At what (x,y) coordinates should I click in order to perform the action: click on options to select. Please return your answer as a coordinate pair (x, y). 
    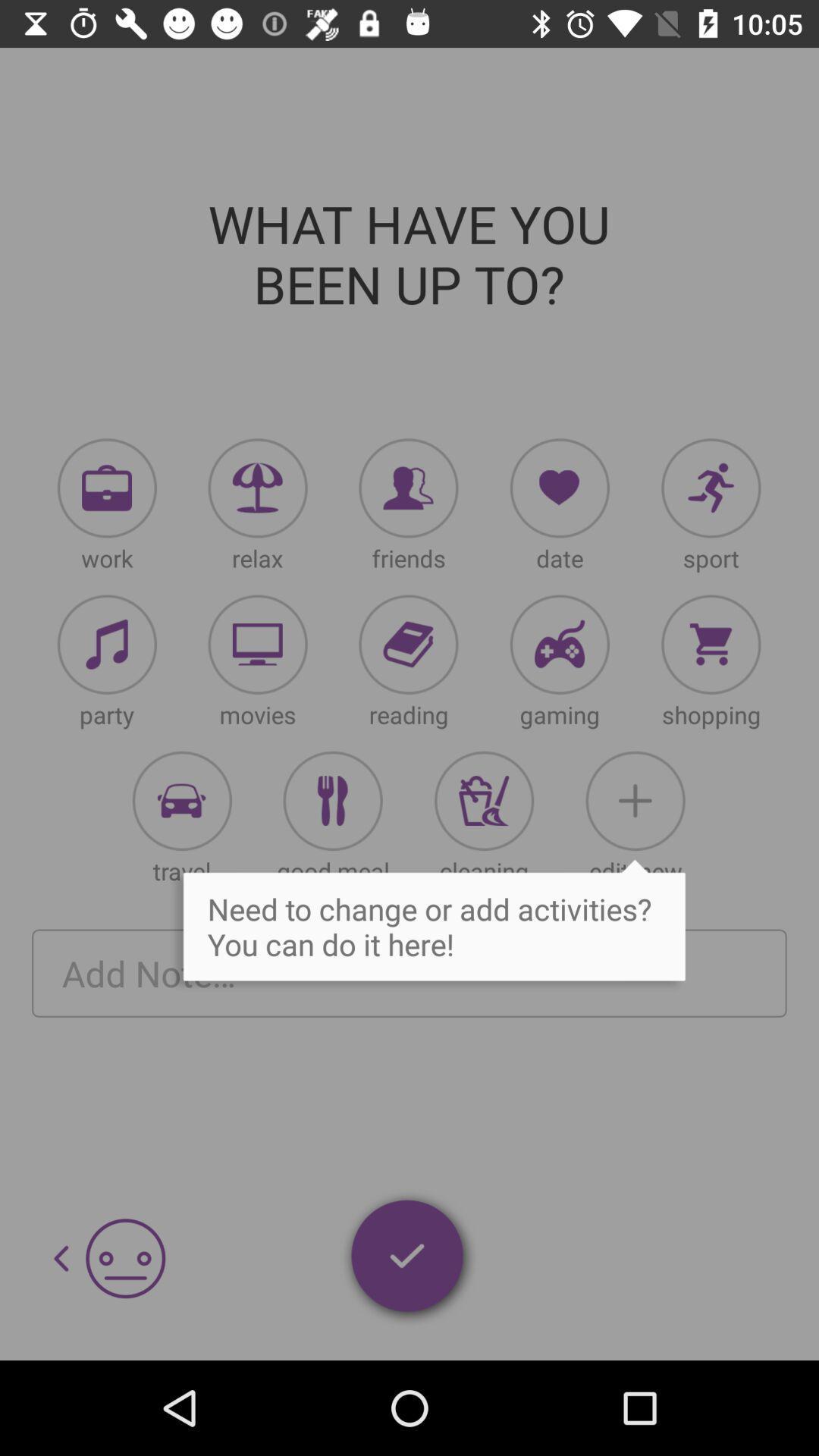
    Looking at the image, I should click on (711, 488).